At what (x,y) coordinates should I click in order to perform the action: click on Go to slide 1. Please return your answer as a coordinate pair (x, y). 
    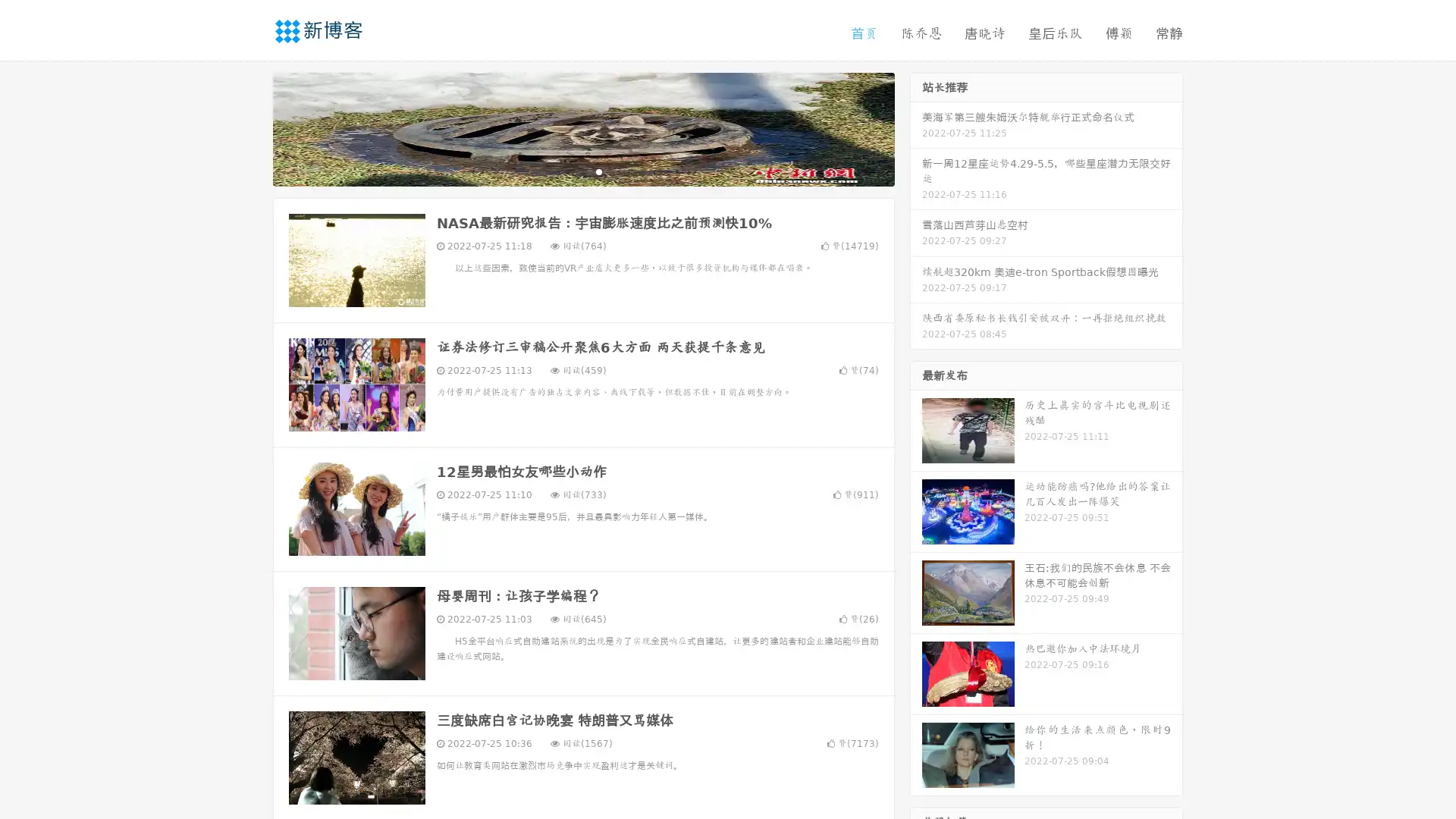
    Looking at the image, I should click on (567, 171).